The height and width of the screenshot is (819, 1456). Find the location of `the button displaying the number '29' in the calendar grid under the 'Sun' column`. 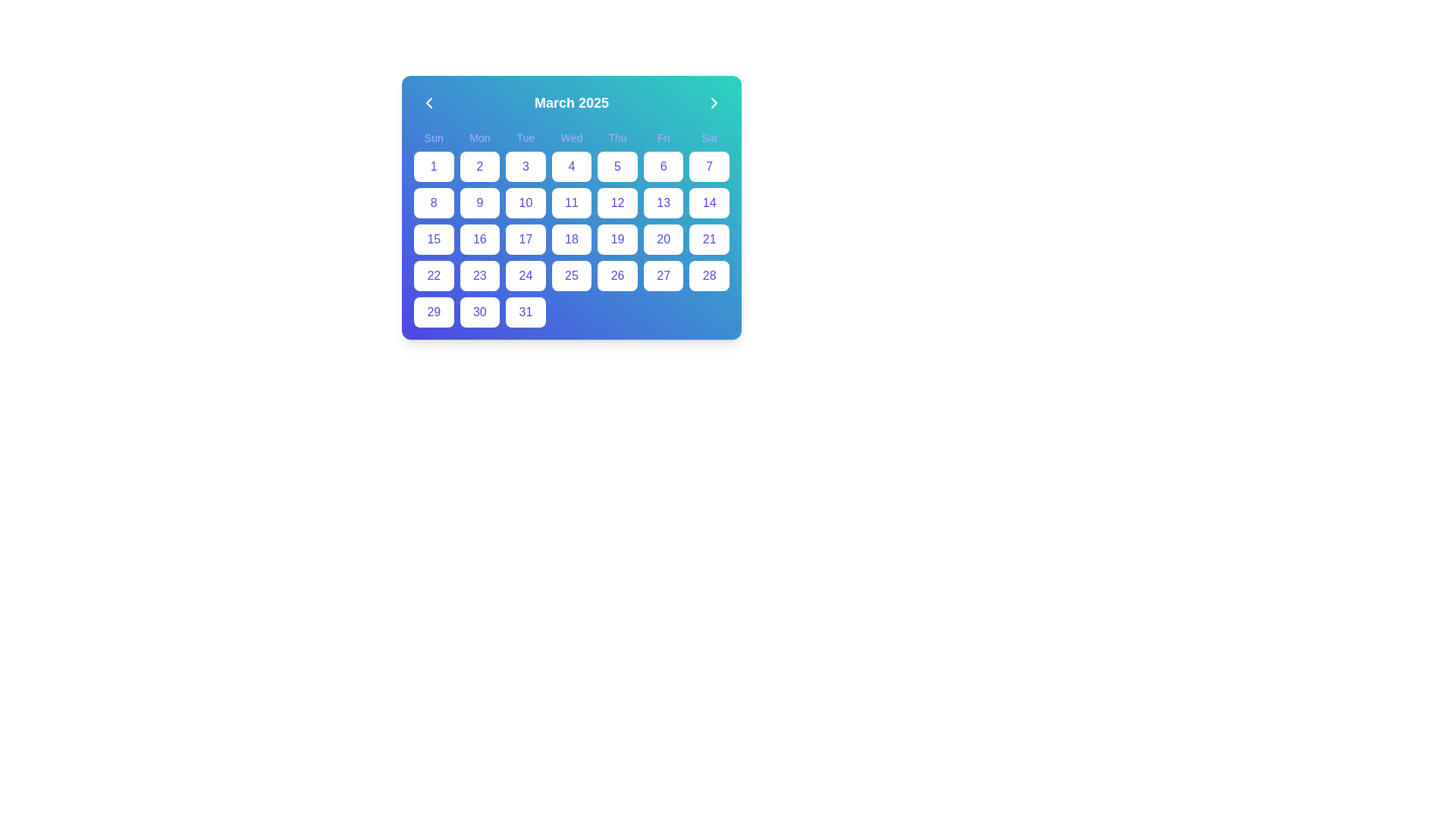

the button displaying the number '29' in the calendar grid under the 'Sun' column is located at coordinates (433, 312).